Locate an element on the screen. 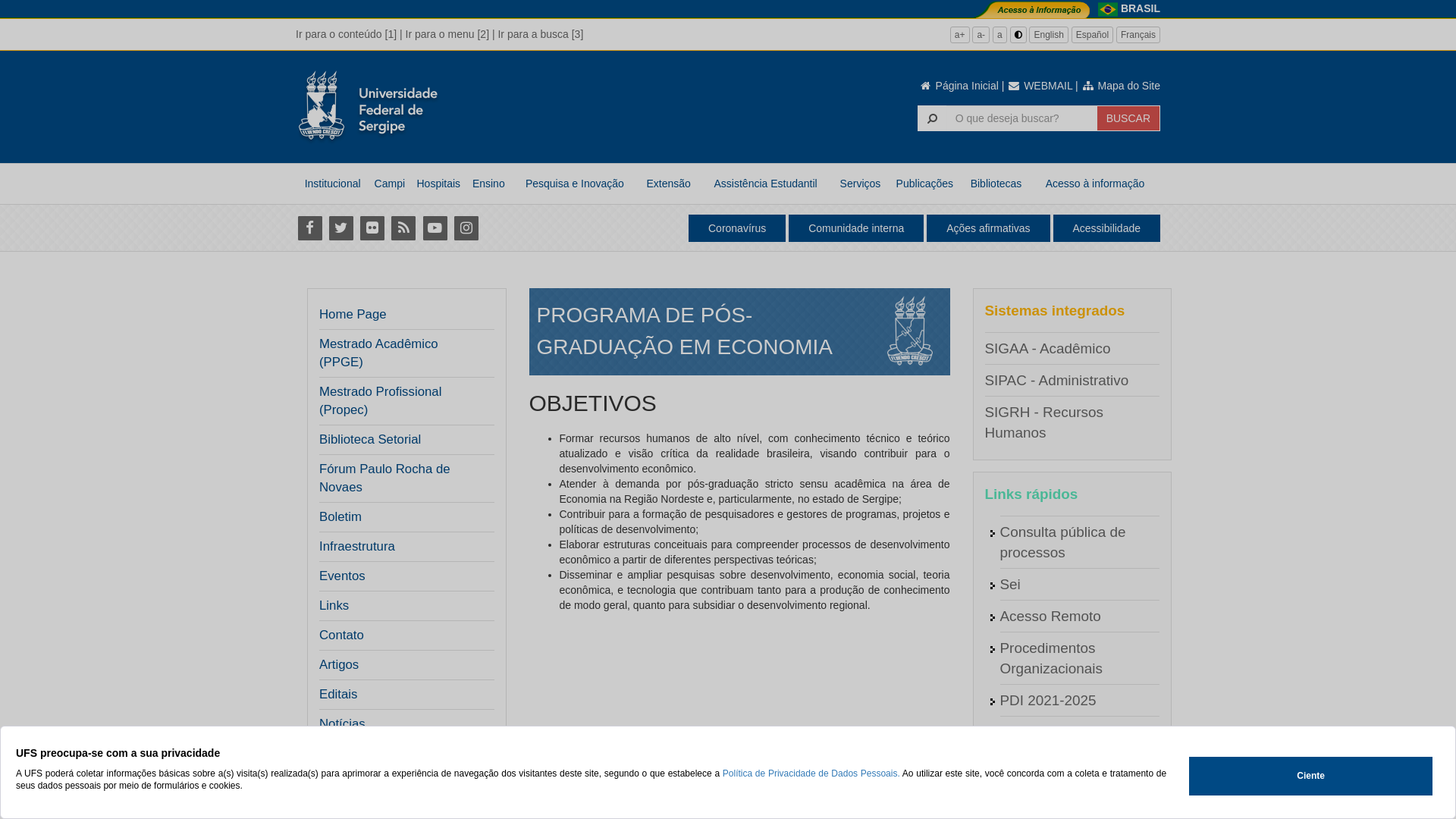 The width and height of the screenshot is (1456, 819). 'SIGRH - Recursos Humanos' is located at coordinates (1043, 422).